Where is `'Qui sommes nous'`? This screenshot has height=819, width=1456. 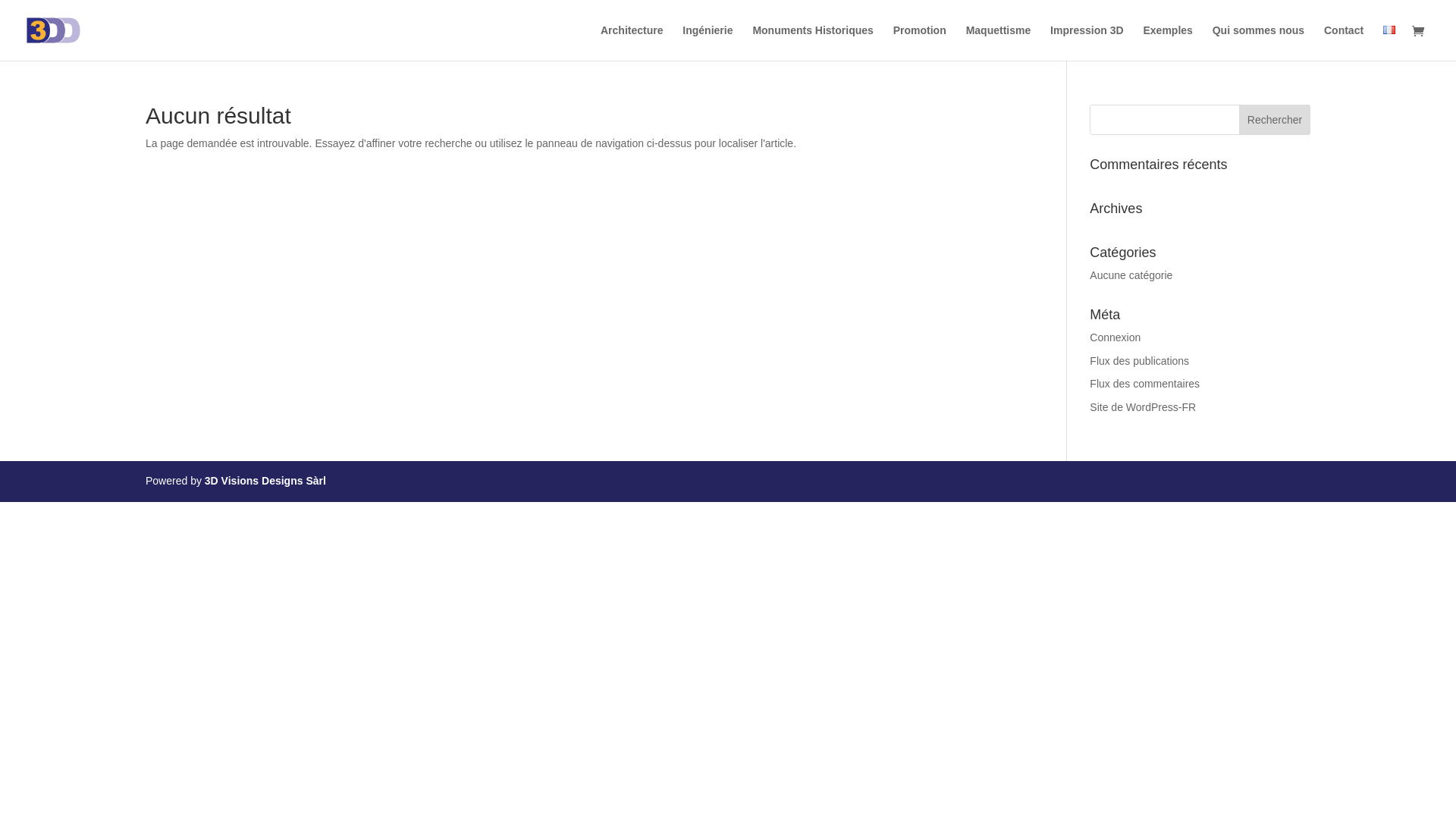
'Qui sommes nous' is located at coordinates (1258, 42).